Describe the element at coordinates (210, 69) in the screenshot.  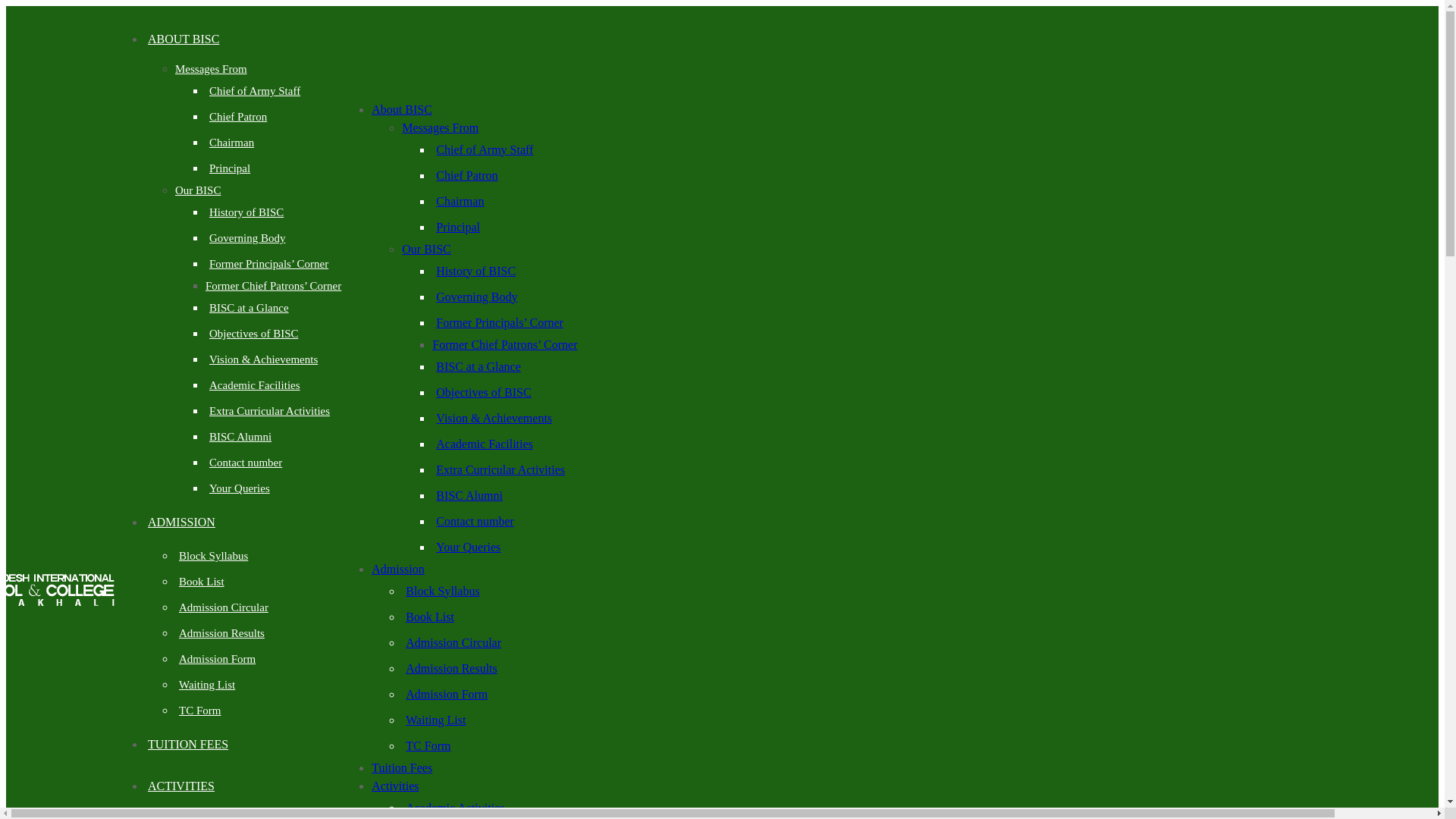
I see `'Messages From'` at that location.